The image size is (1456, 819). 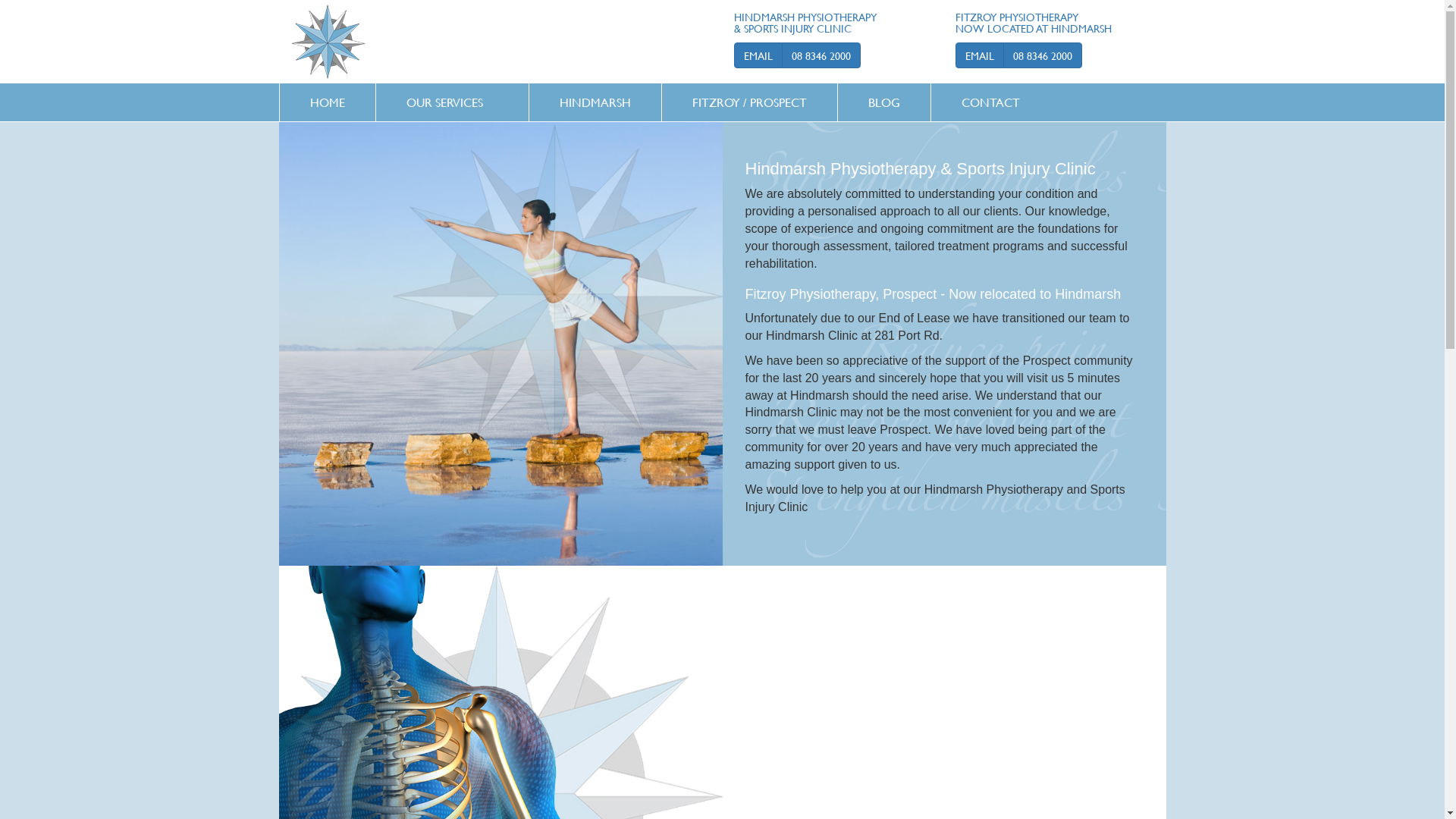 I want to click on 'CONTACT', so click(x=952, y=102).